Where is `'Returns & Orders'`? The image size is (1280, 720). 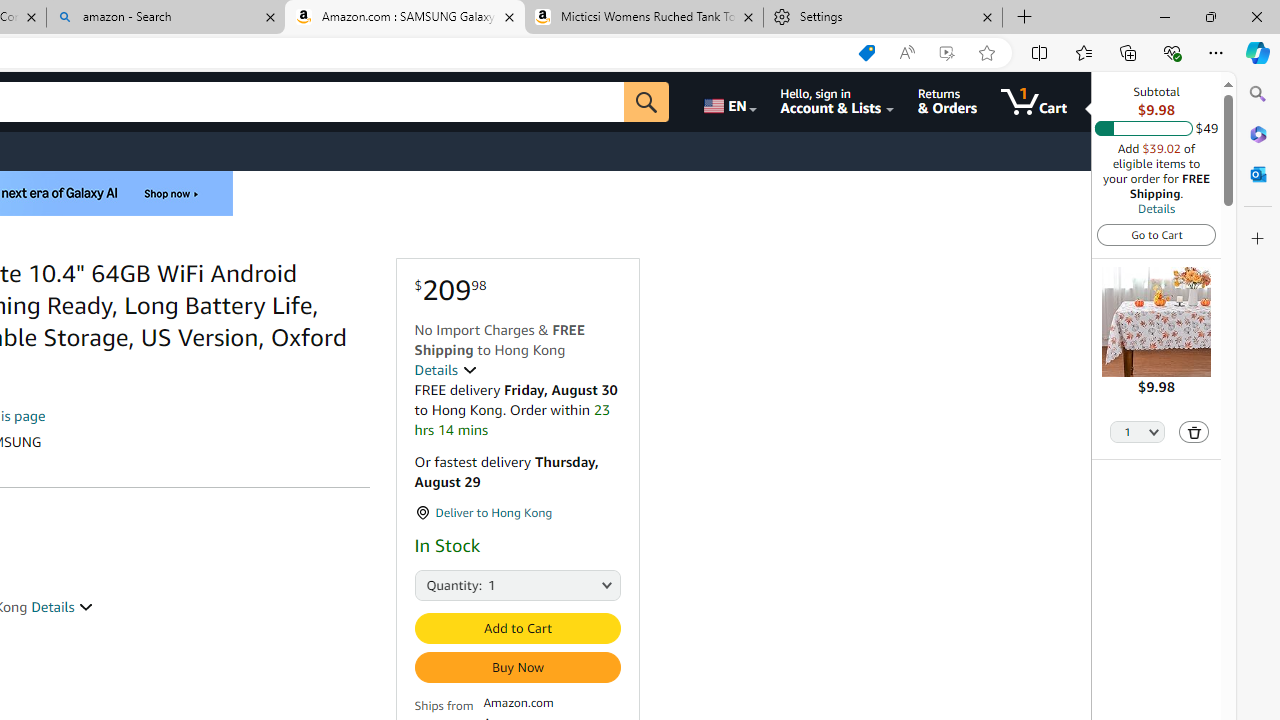 'Returns & Orders' is located at coordinates (946, 101).